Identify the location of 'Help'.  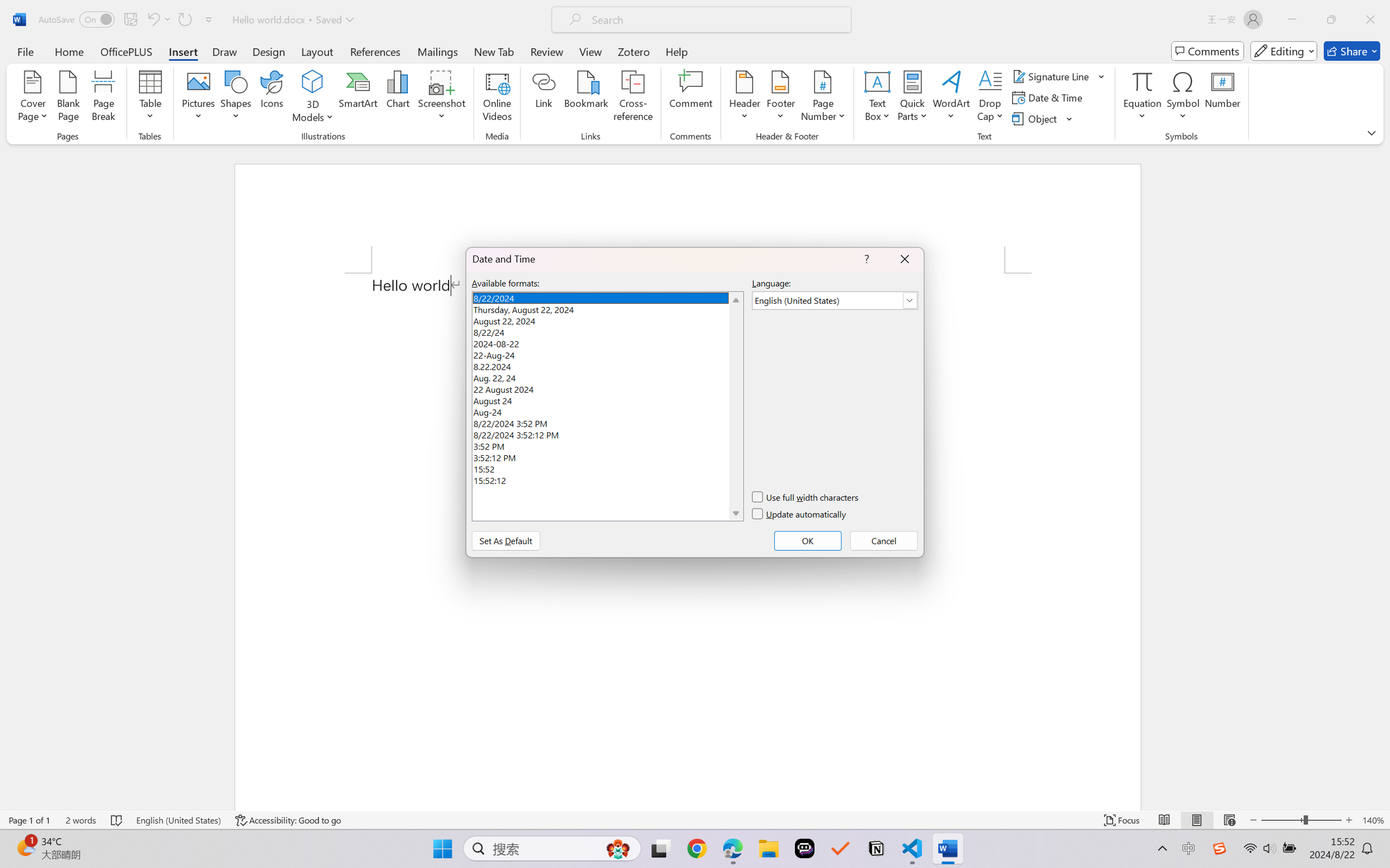
(676, 51).